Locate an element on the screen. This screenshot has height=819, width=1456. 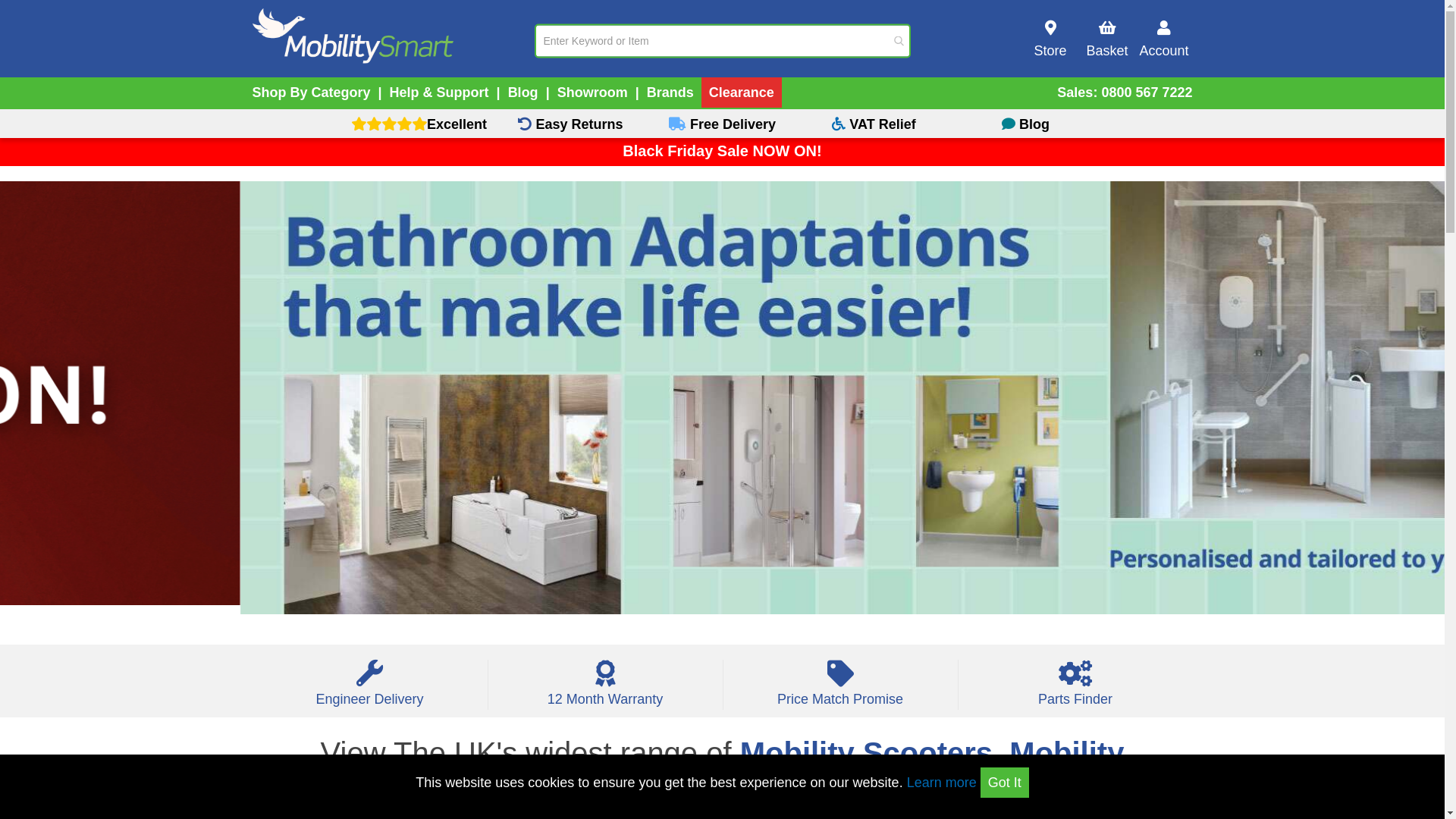
'Clearance' is located at coordinates (742, 93).